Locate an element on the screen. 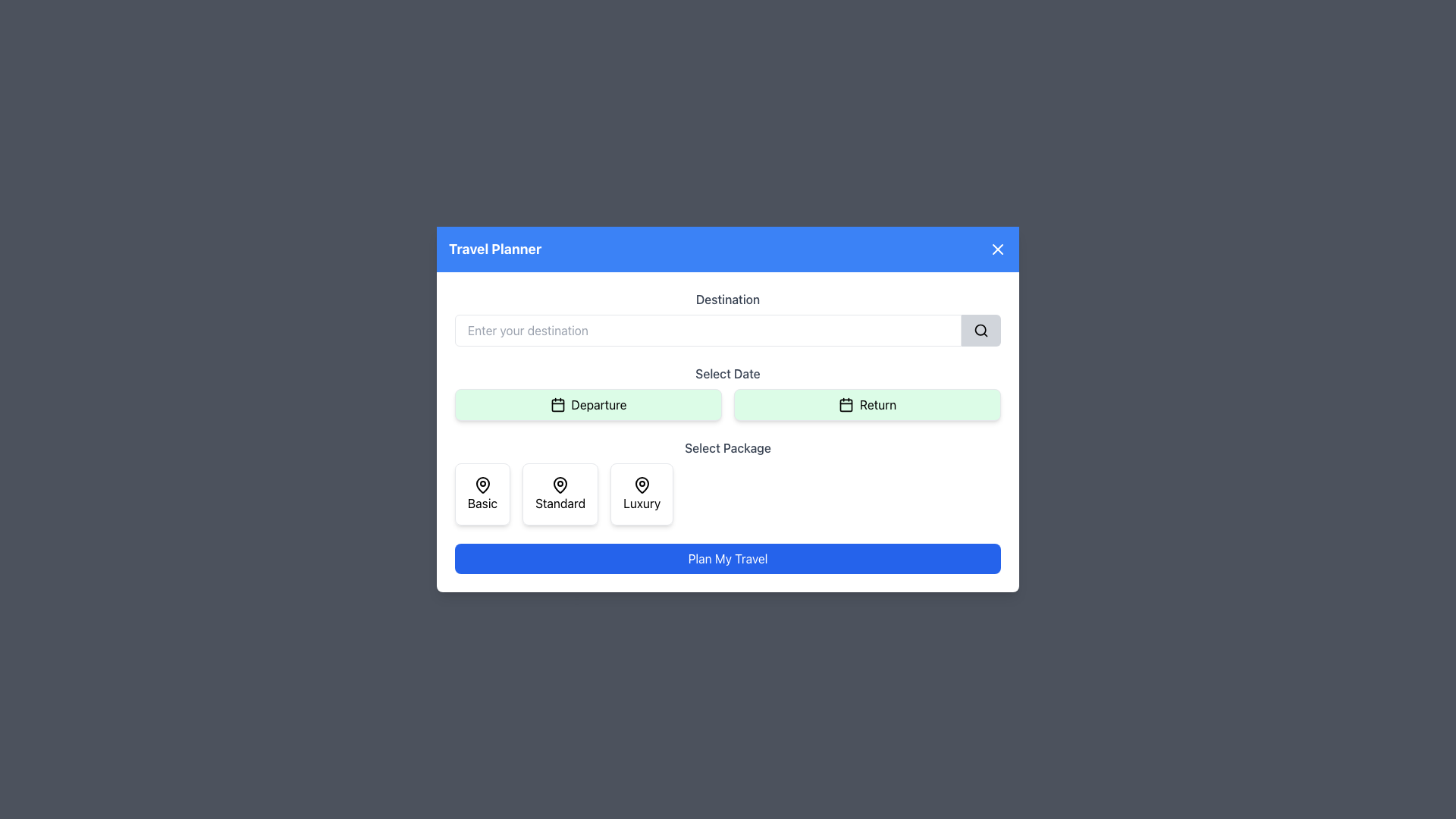 This screenshot has height=819, width=1456. the calendar icon located to the left of the 'Return' text within the green button in the 'Select Date' section is located at coordinates (845, 403).